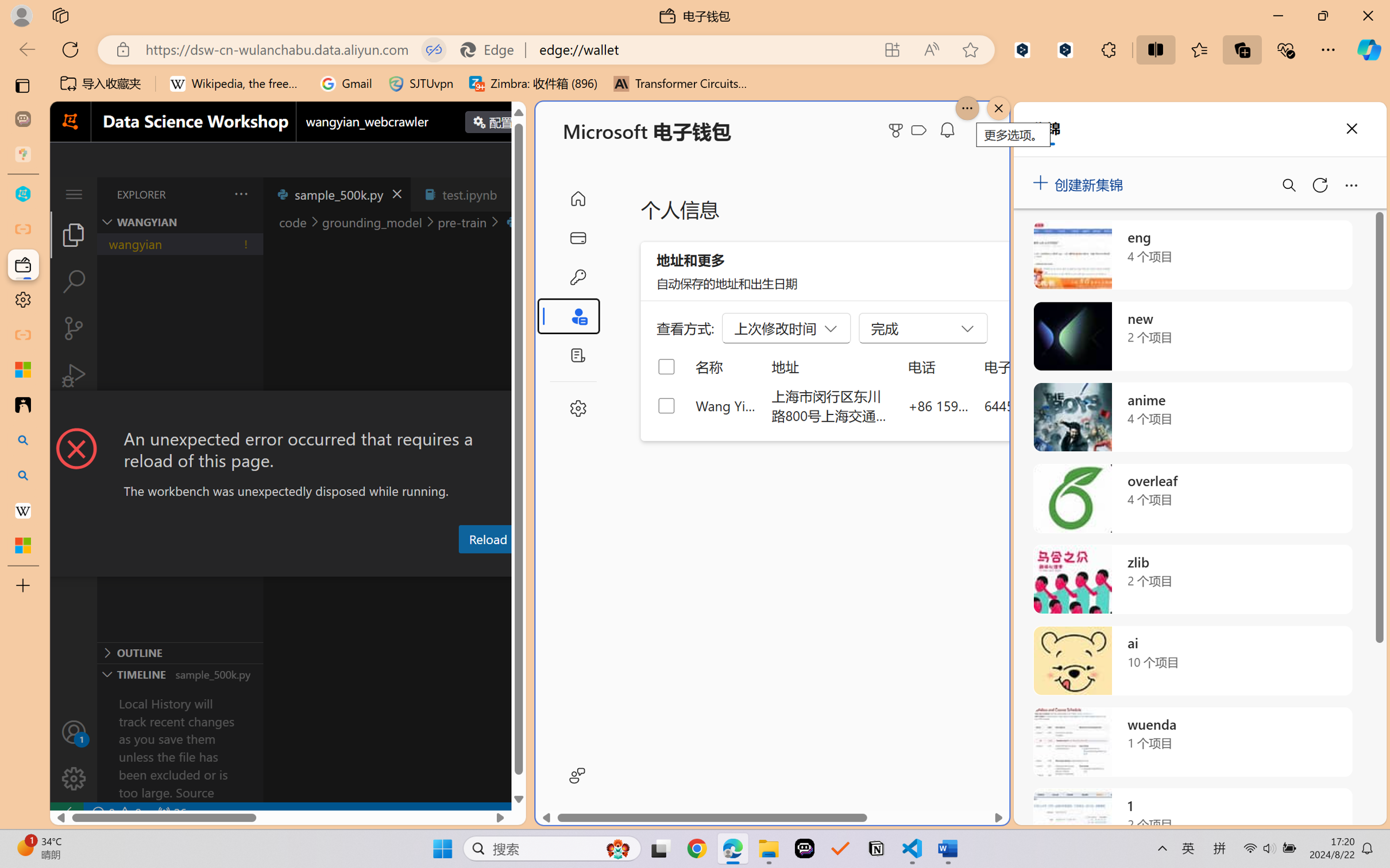 The height and width of the screenshot is (868, 1390). I want to click on 'remote', so click(65, 812).